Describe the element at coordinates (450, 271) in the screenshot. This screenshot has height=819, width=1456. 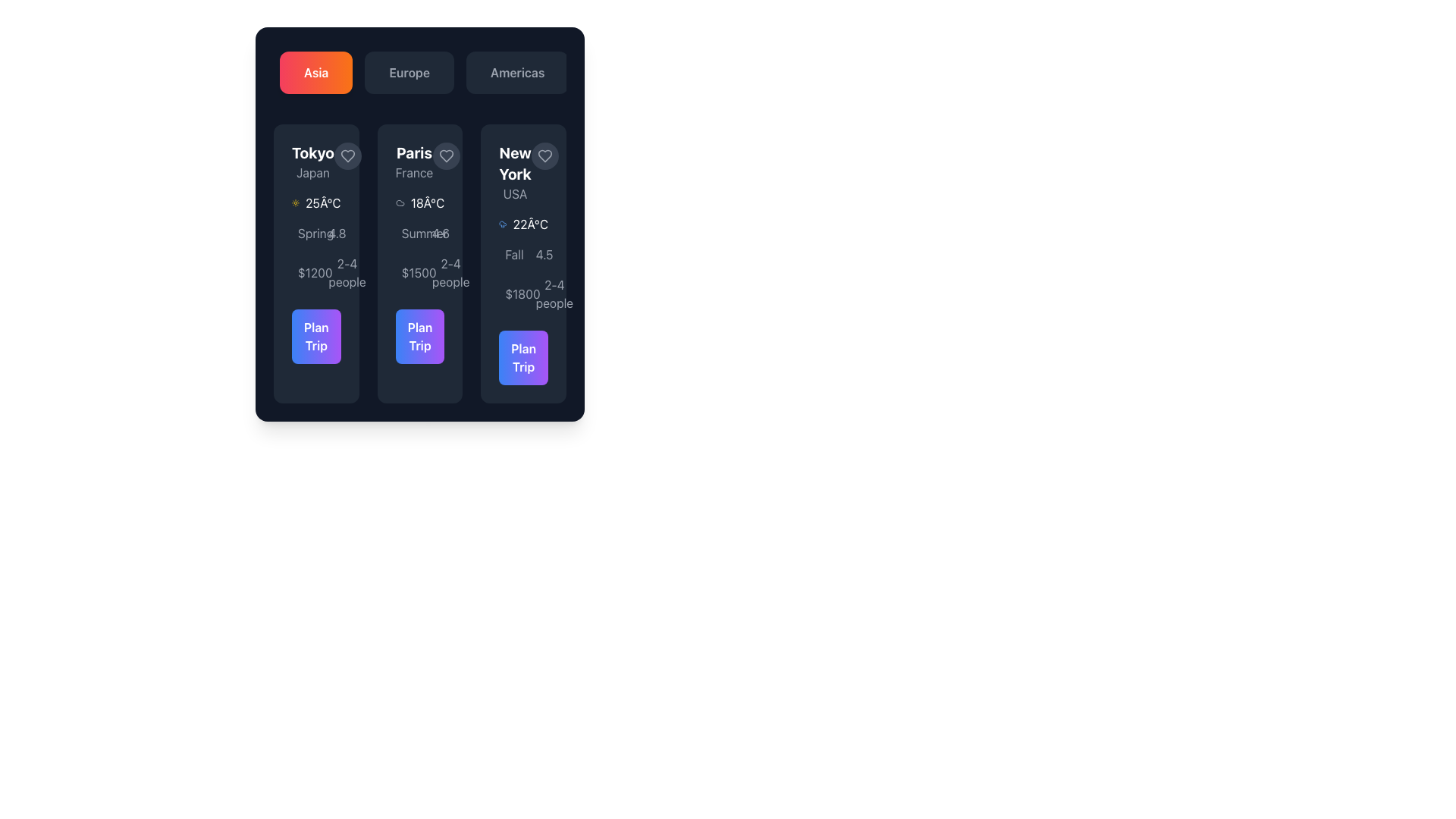
I see `the static text displaying '2-4 people' which indicates group capacity and is styled in gray, located in the Paris column above the 'Plan Trip' button` at that location.